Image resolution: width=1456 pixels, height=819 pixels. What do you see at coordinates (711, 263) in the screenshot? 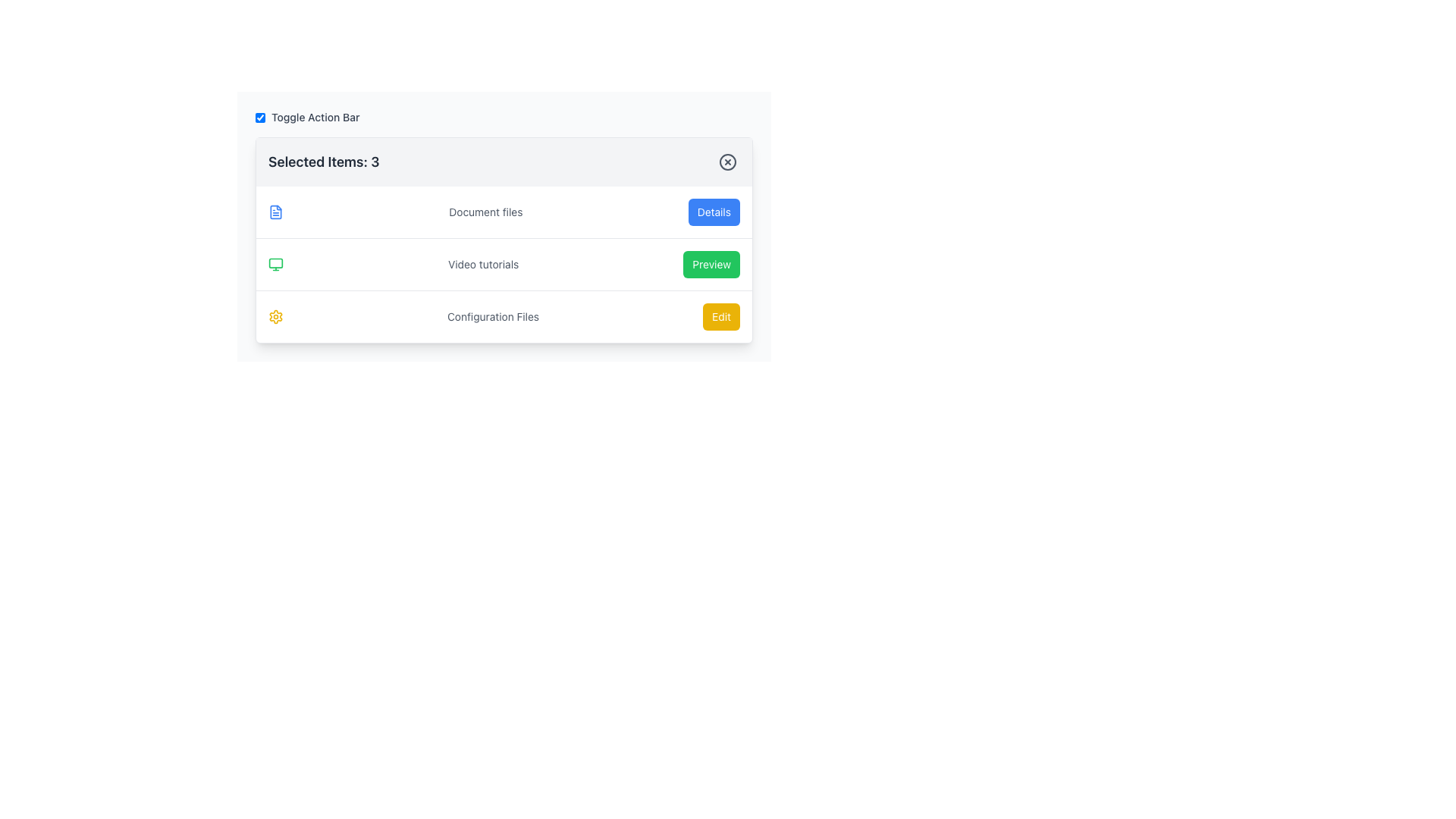
I see `the 'preview' button in the 'Video tutorials' section to change its background color` at bounding box center [711, 263].